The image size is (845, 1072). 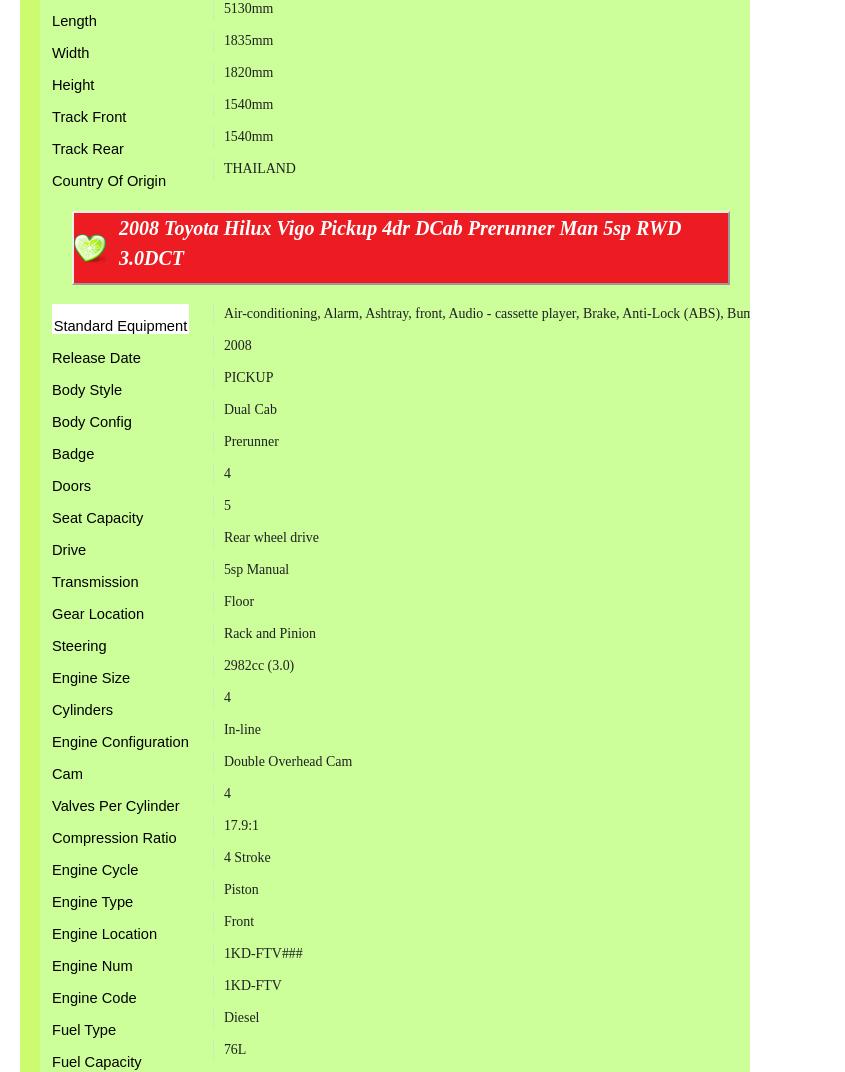 What do you see at coordinates (78, 645) in the screenshot?
I see `'Steering'` at bounding box center [78, 645].